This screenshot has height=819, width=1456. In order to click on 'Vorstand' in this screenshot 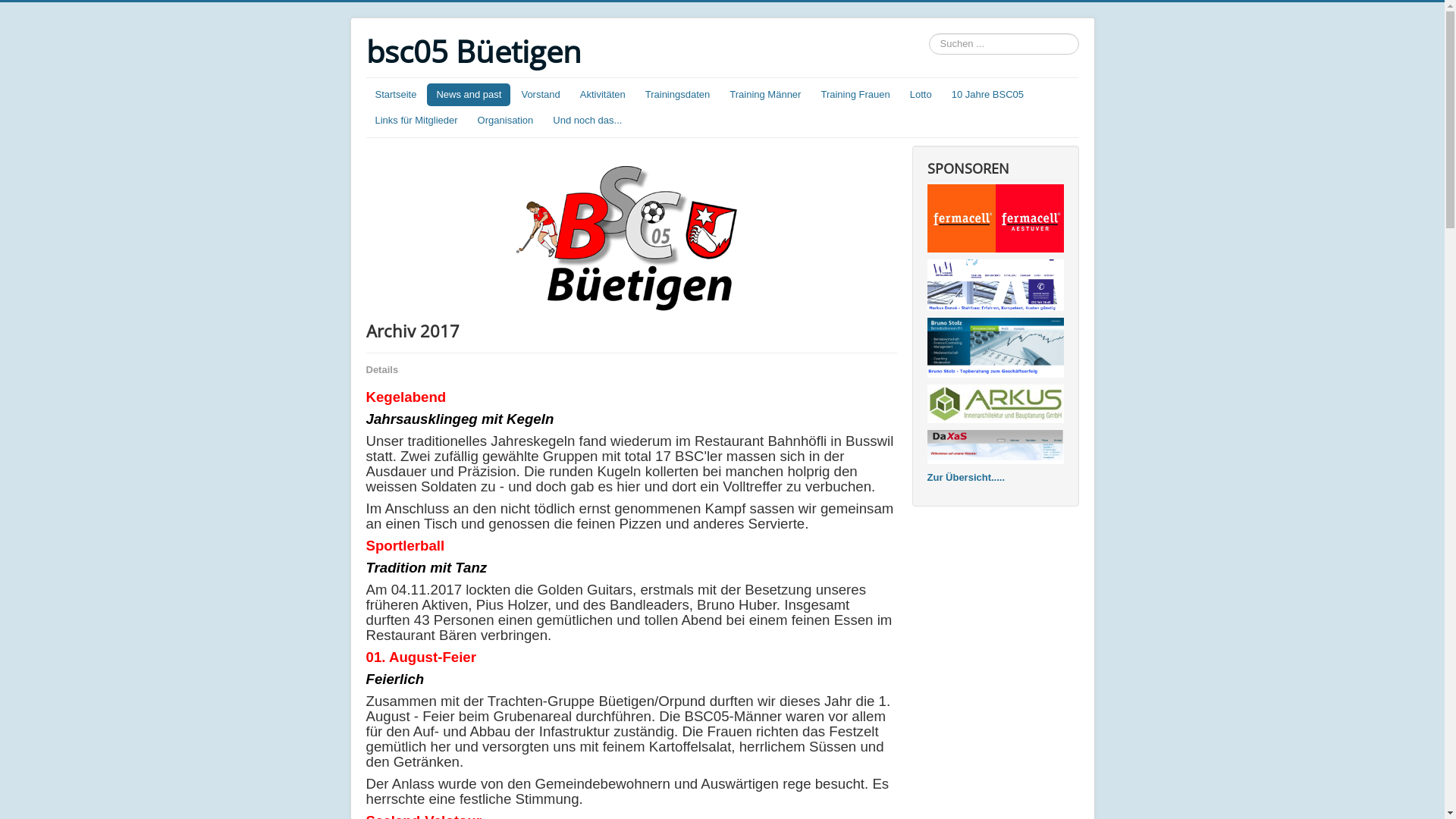, I will do `click(540, 94)`.